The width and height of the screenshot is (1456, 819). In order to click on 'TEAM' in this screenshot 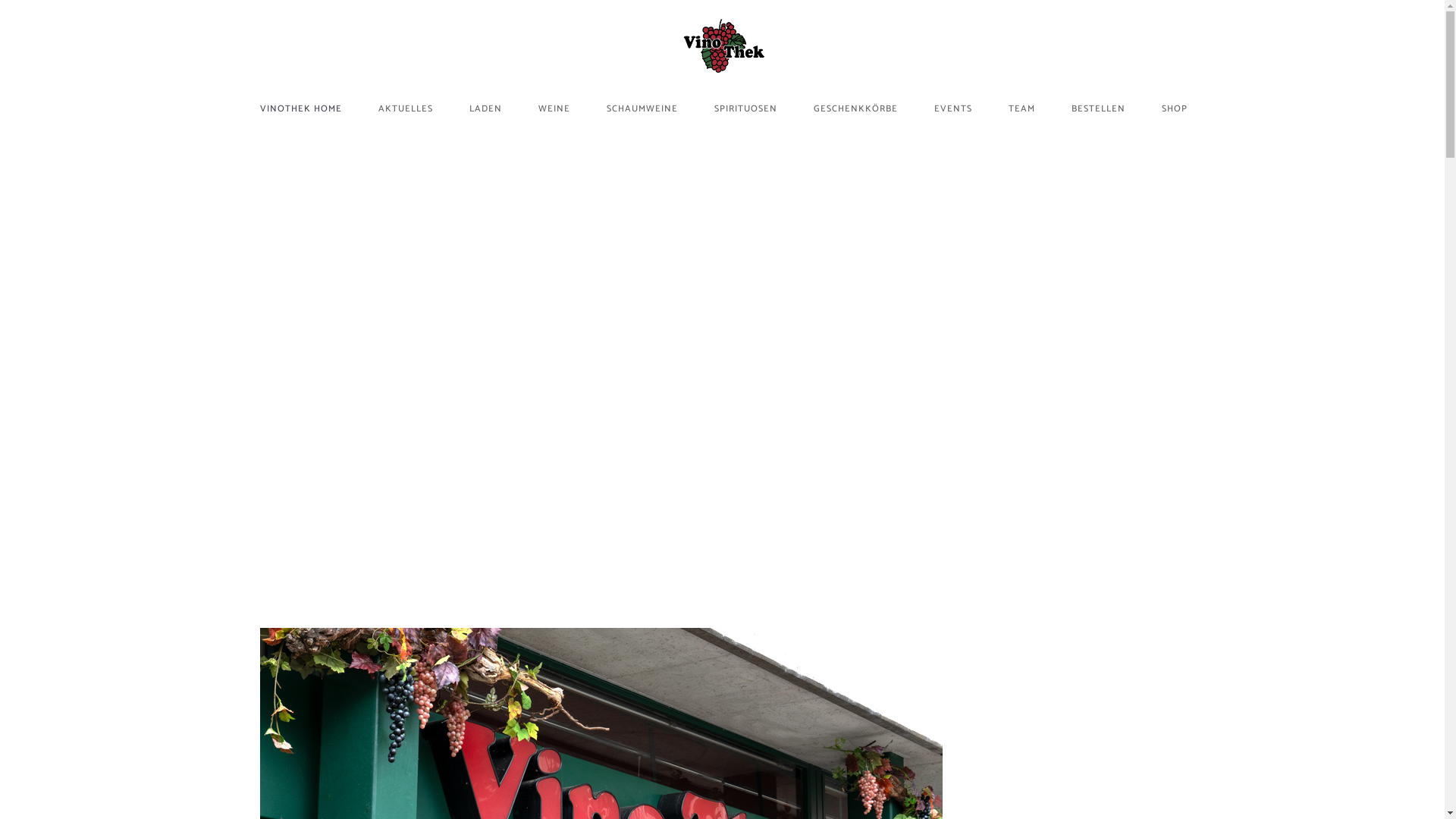, I will do `click(1021, 107)`.